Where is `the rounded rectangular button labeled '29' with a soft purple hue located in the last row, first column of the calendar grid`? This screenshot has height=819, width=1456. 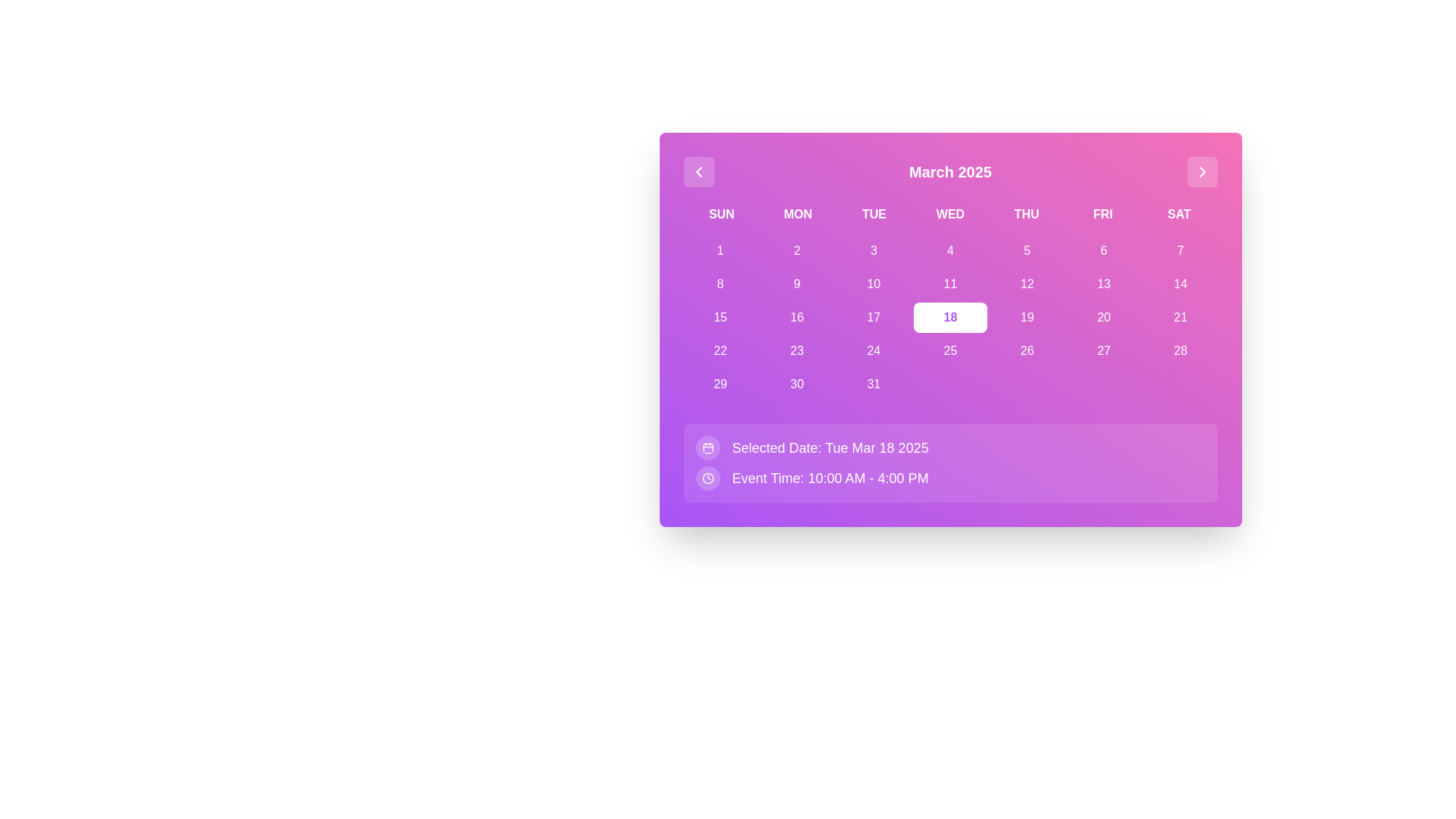
the rounded rectangular button labeled '29' with a soft purple hue located in the last row, first column of the calendar grid is located at coordinates (720, 383).